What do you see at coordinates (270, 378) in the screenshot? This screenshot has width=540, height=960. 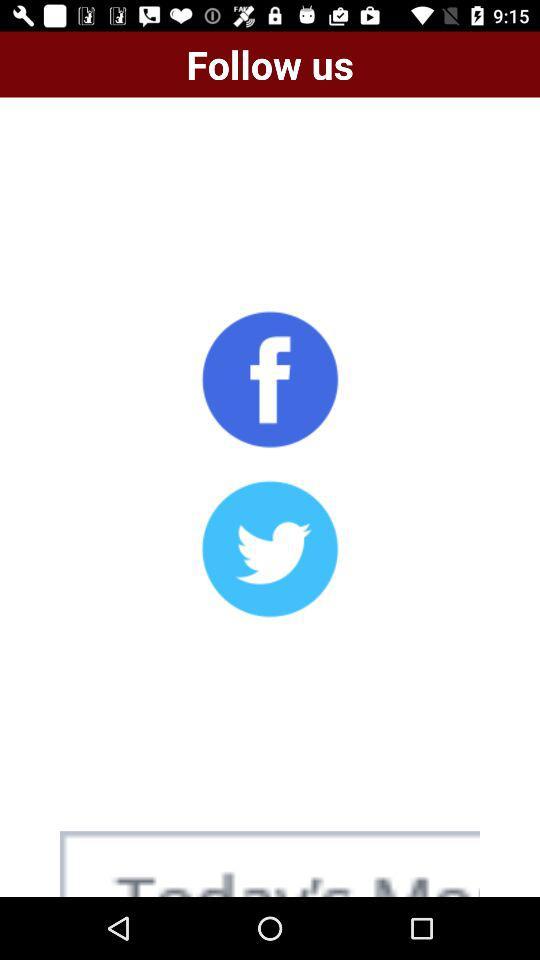 I see `share on facebook` at bounding box center [270, 378].